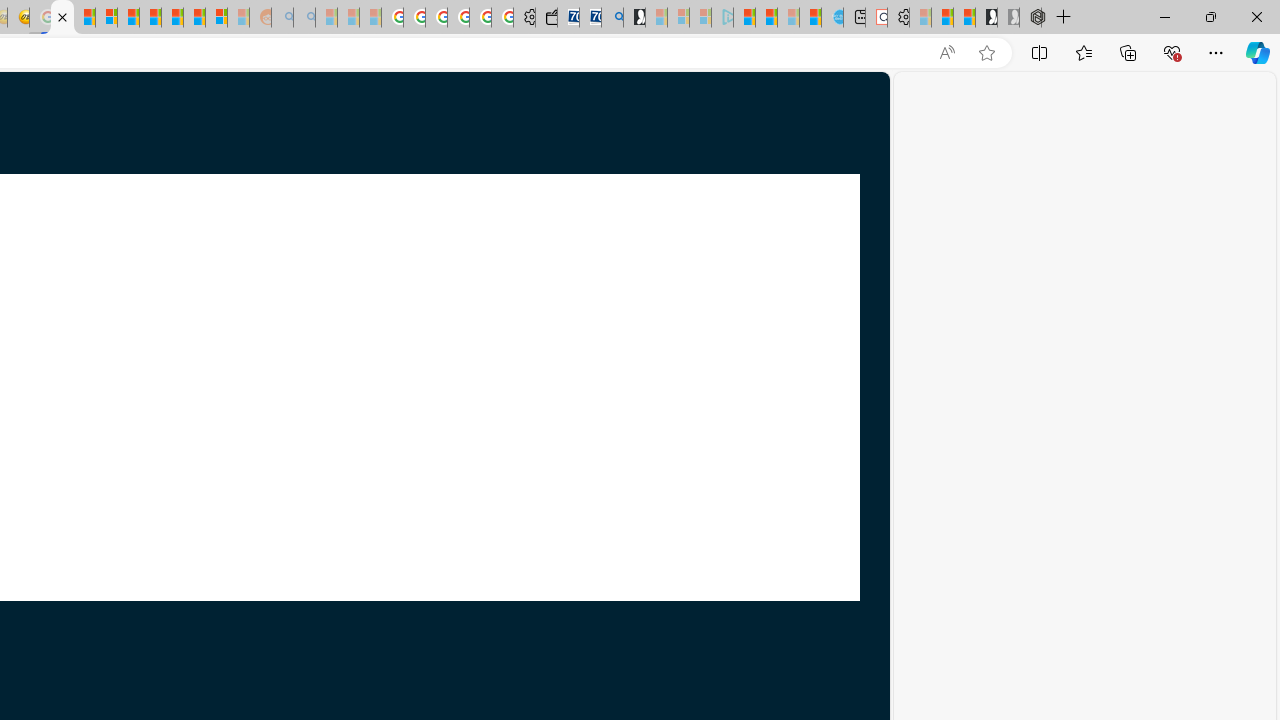 The image size is (1280, 720). I want to click on 'Home | Sky Blue Bikes - Sky Blue Bikes', so click(832, 17).